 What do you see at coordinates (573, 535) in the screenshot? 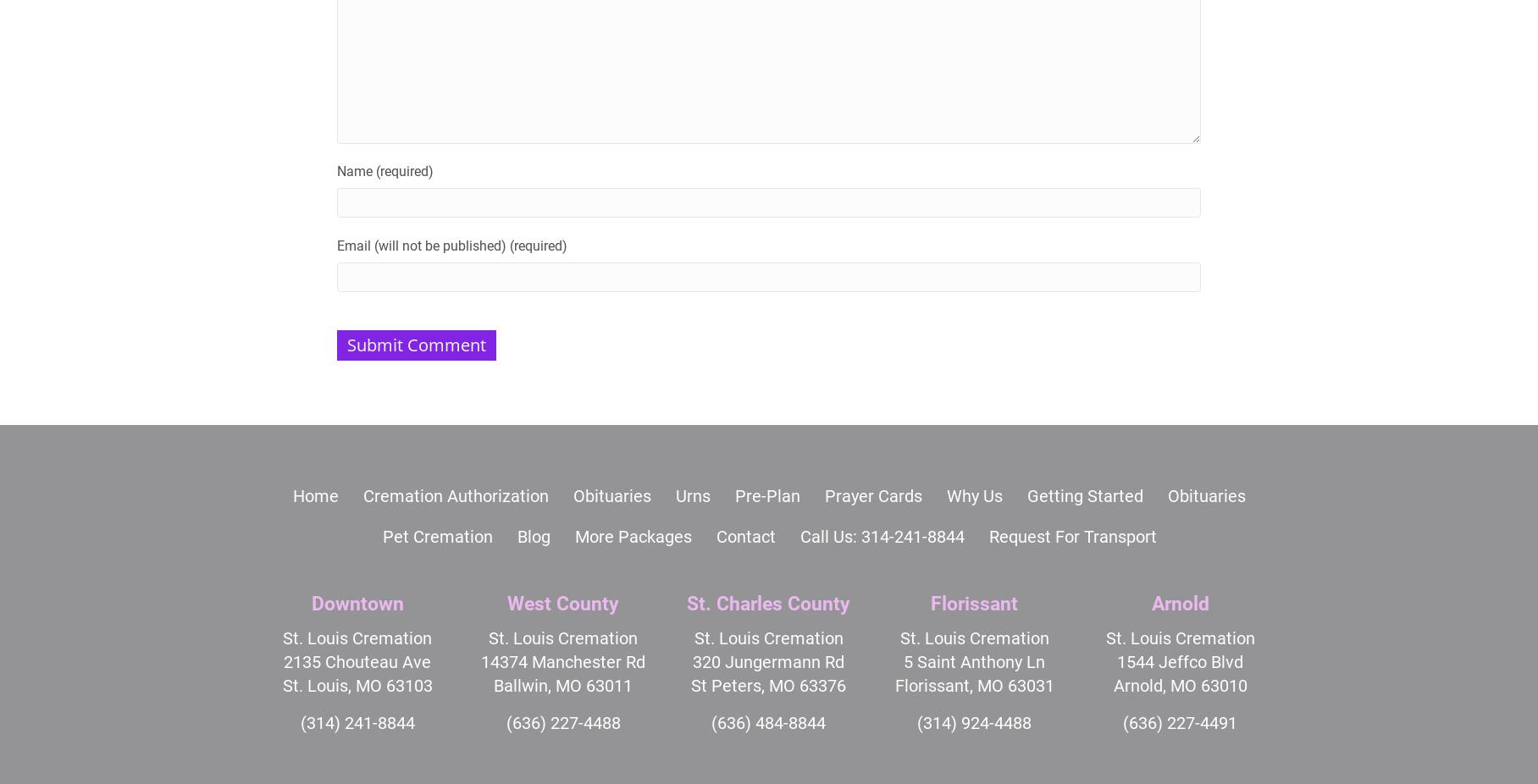
I see `'More Packages'` at bounding box center [573, 535].